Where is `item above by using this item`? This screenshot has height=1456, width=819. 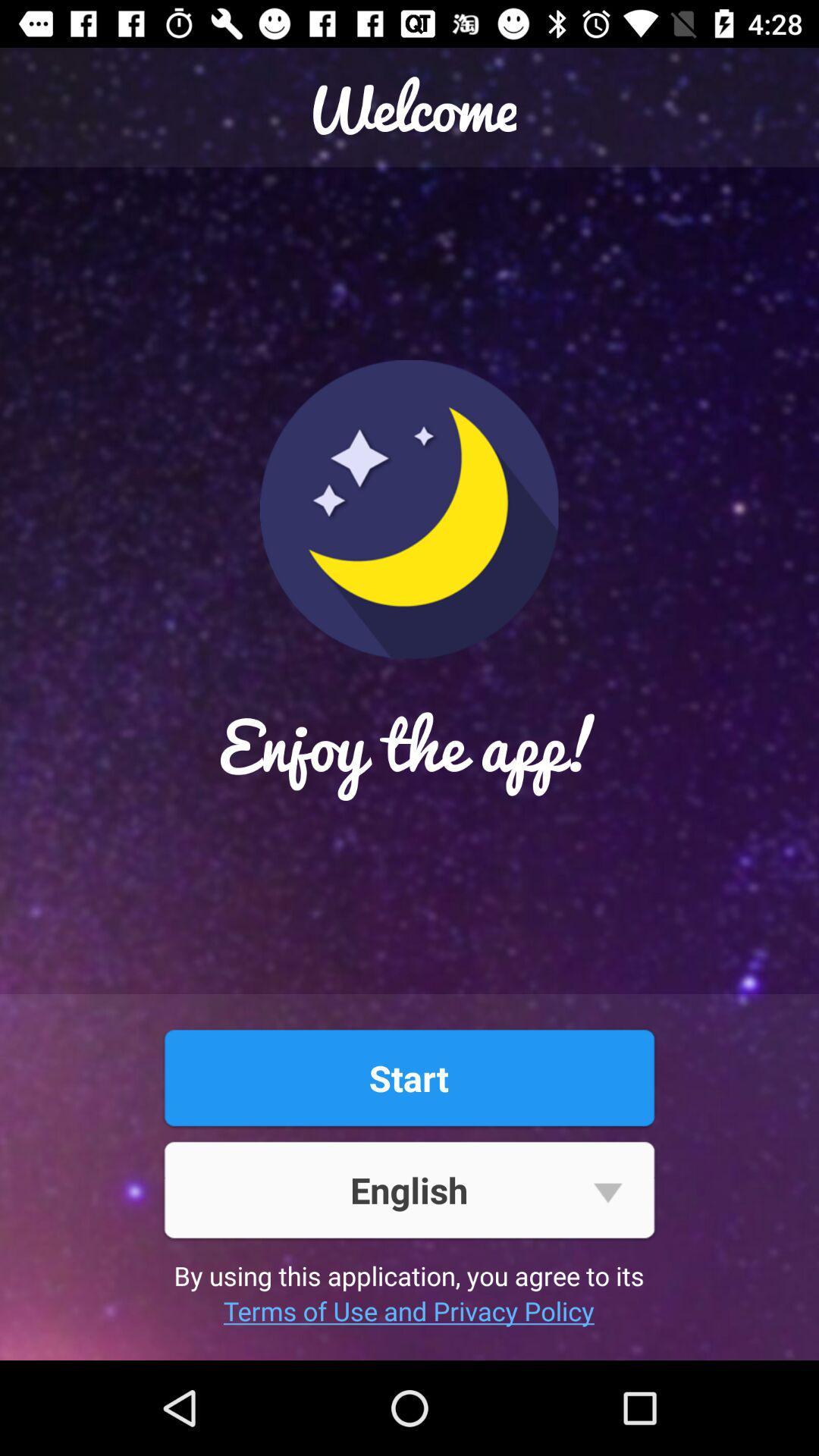
item above by using this item is located at coordinates (408, 1189).